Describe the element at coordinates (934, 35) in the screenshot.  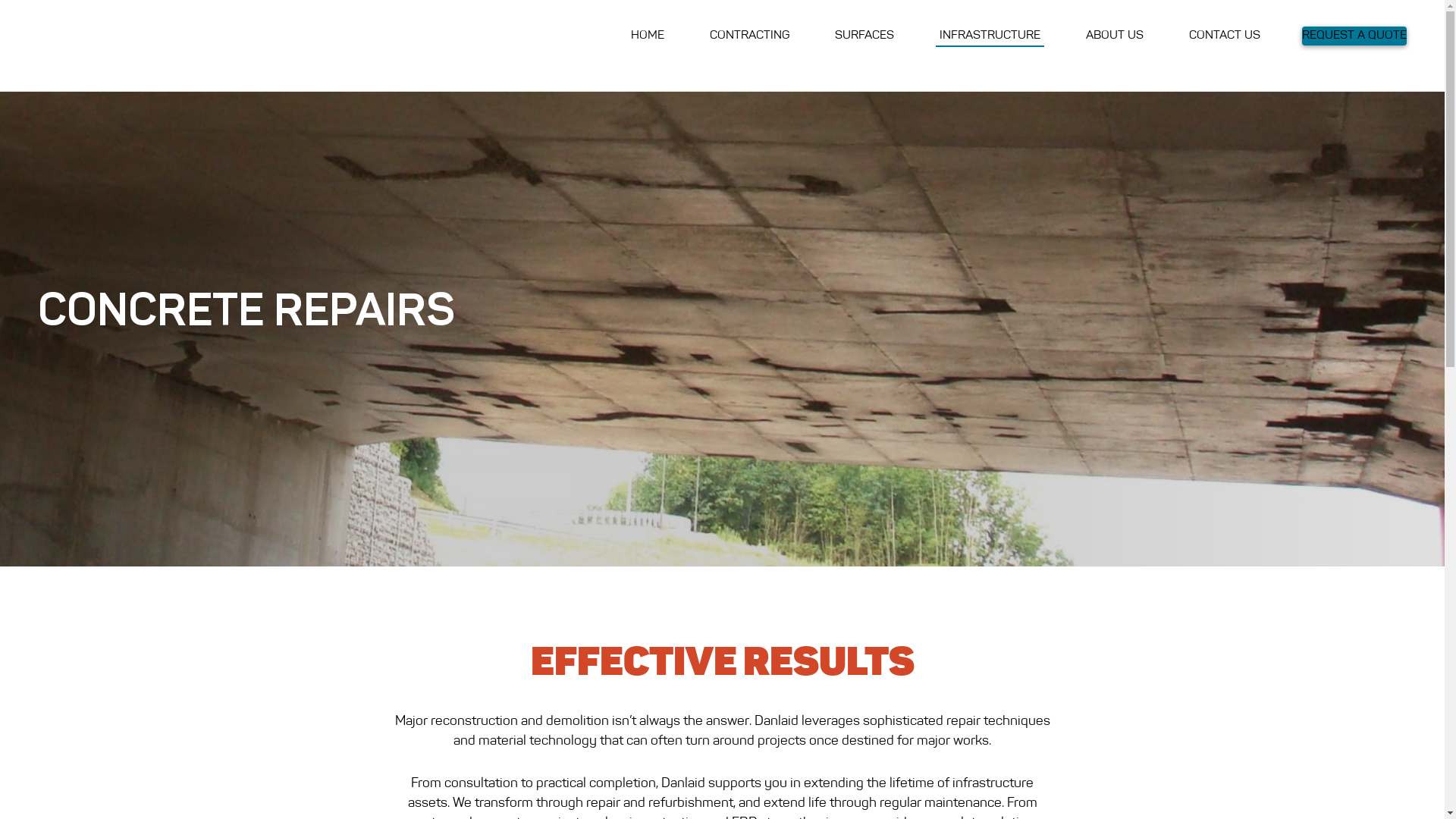
I see `'INFRASTRUCTURE'` at that location.